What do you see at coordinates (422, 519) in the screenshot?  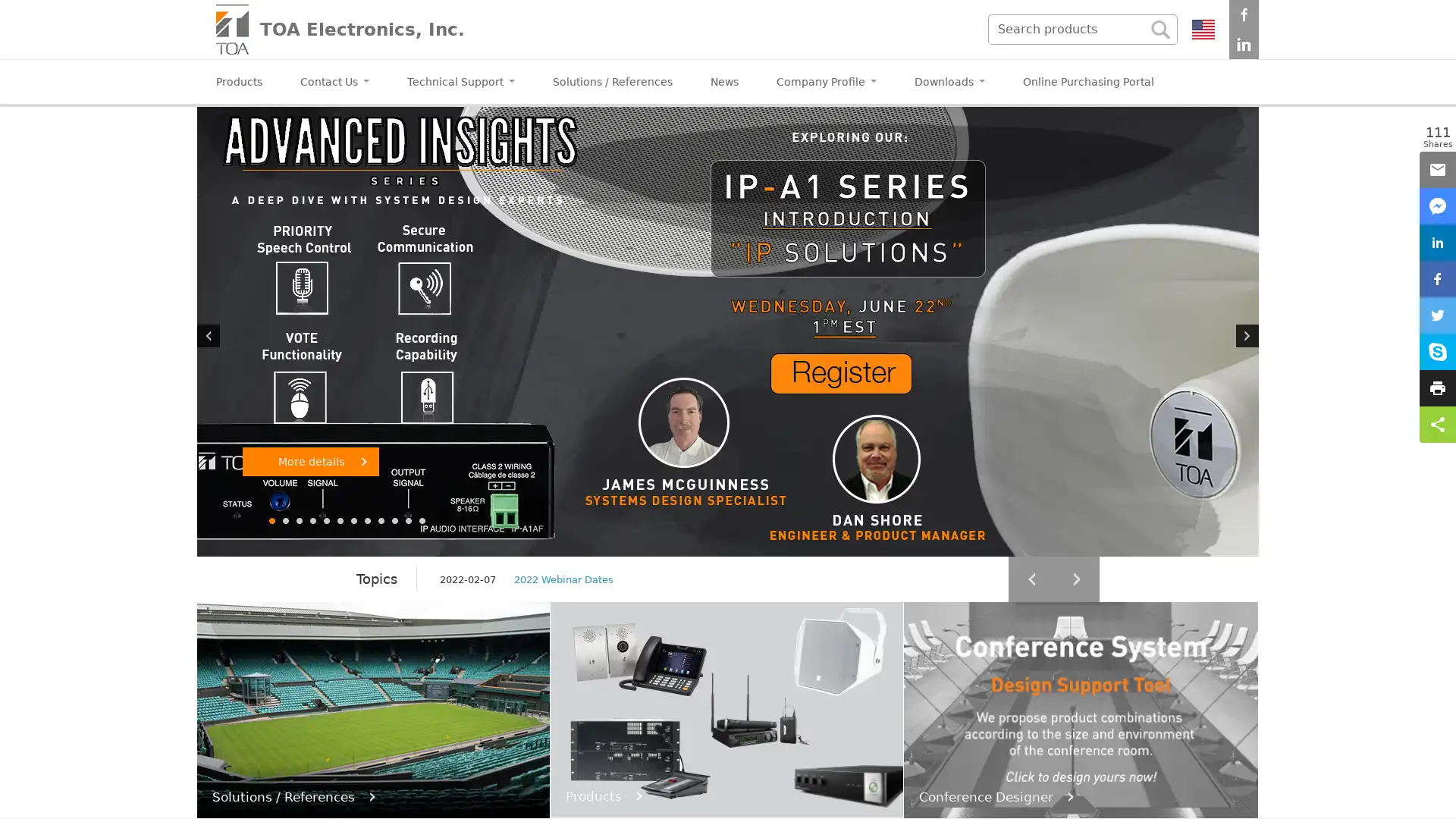 I see `12` at bounding box center [422, 519].